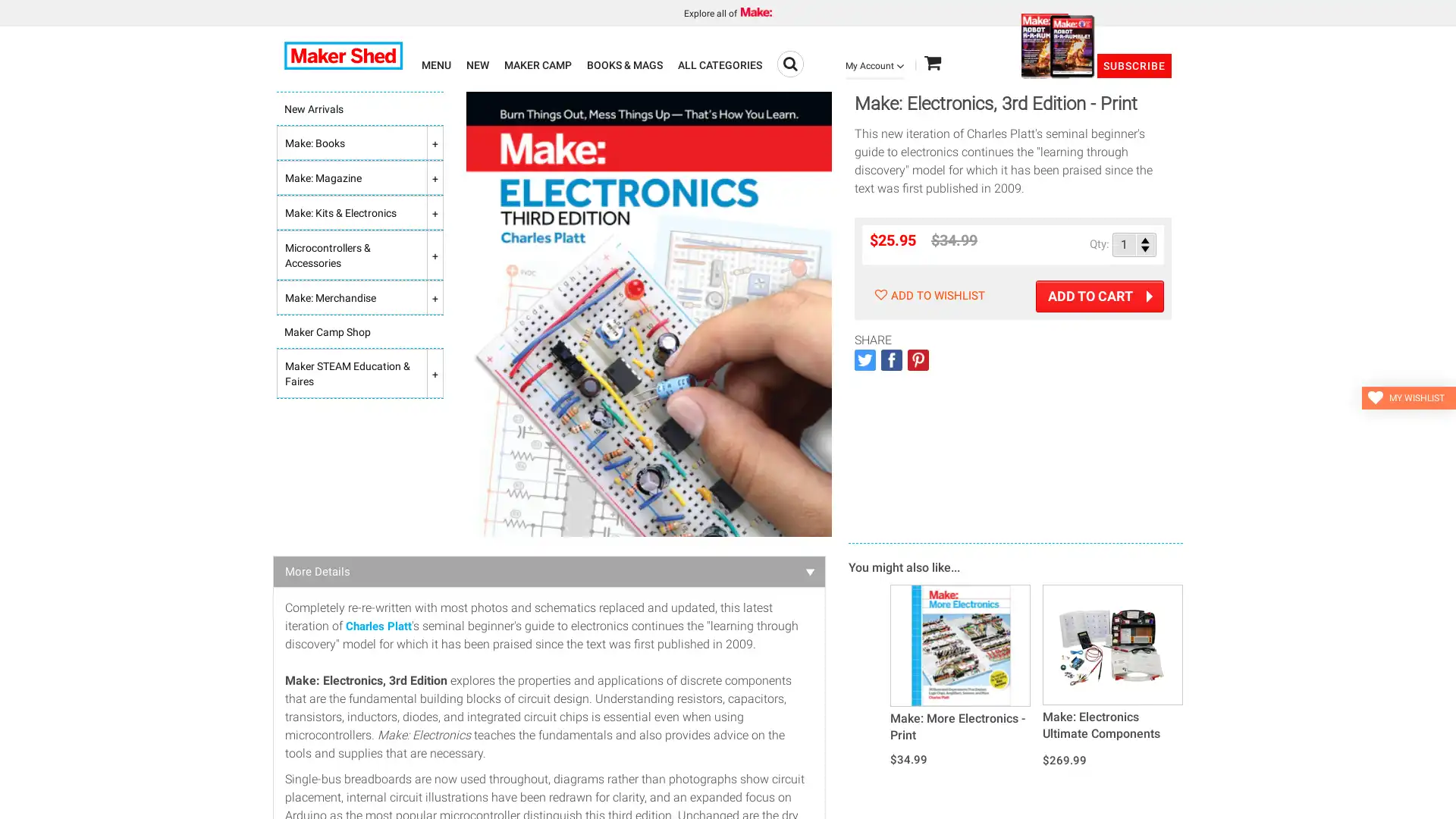  I want to click on Add to Wishlist, so click(927, 295).